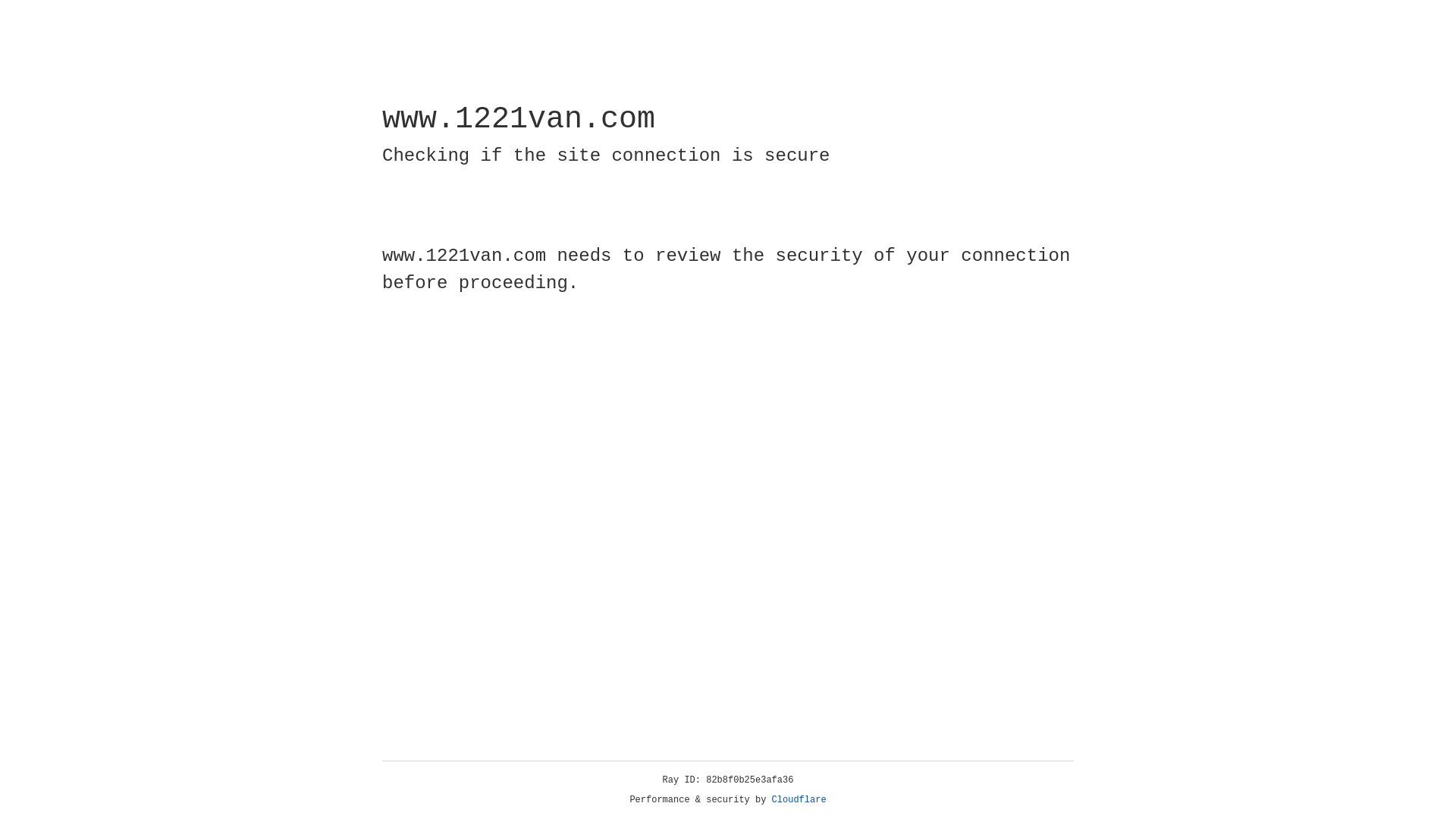 This screenshot has width=1456, height=819. I want to click on 'Cloudflare', so click(799, 799).